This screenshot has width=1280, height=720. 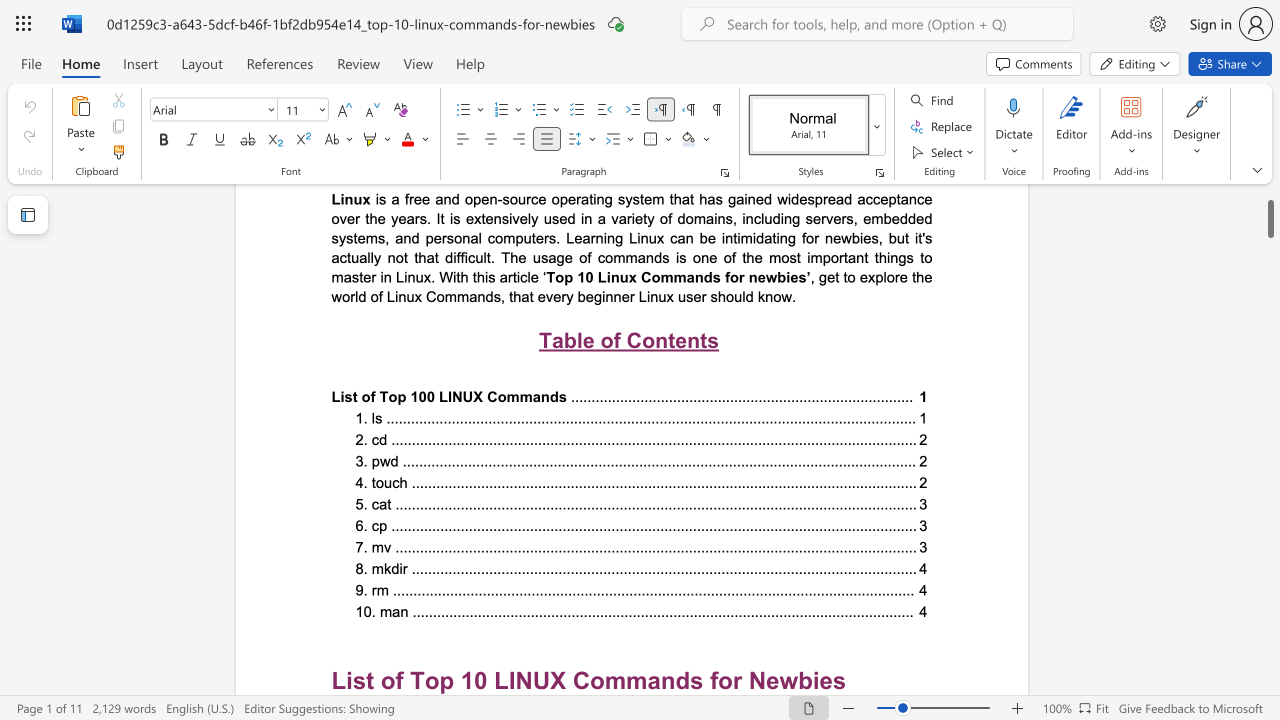 What do you see at coordinates (331, 679) in the screenshot?
I see `the subset text "List of Top 10 LIN" within the text "List of Top 10 LINUX Commands for Newbies"` at bounding box center [331, 679].